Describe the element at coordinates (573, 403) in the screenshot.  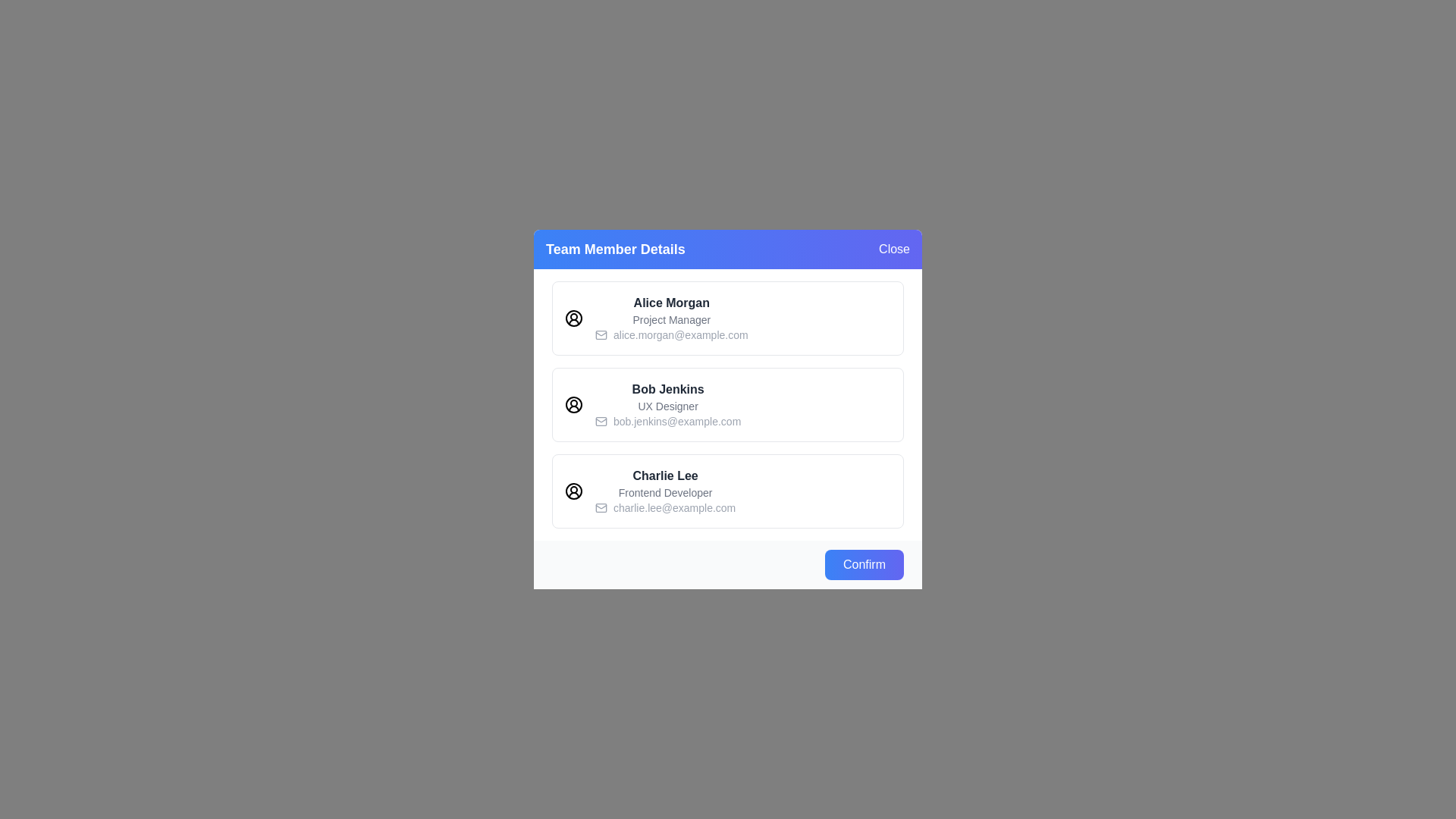
I see `the visual representation of the outermost circular part in the user icon located in the second row of the member details panel` at that location.